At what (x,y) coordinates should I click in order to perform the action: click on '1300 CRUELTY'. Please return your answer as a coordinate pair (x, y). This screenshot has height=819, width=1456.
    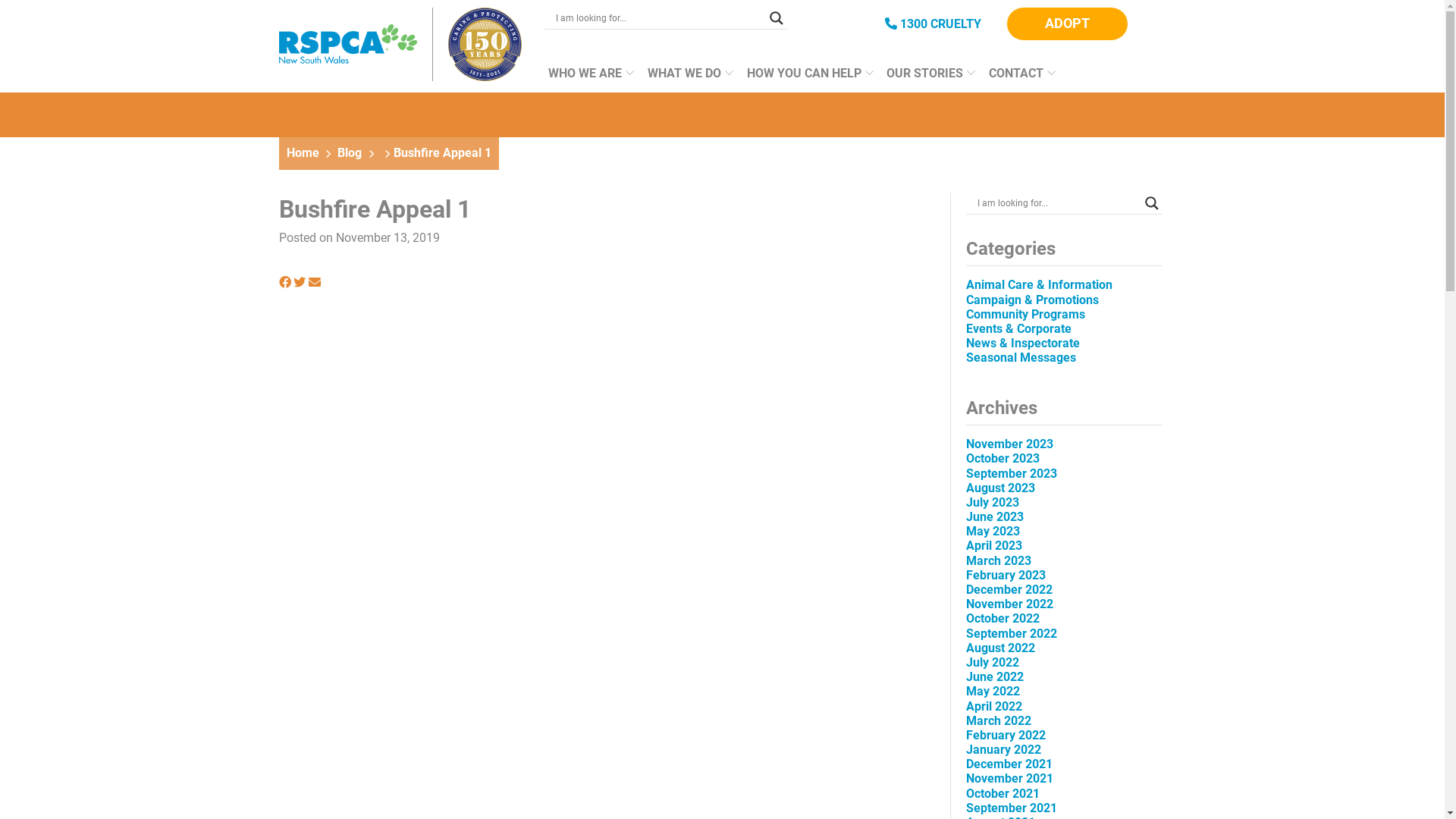
    Looking at the image, I should click on (932, 24).